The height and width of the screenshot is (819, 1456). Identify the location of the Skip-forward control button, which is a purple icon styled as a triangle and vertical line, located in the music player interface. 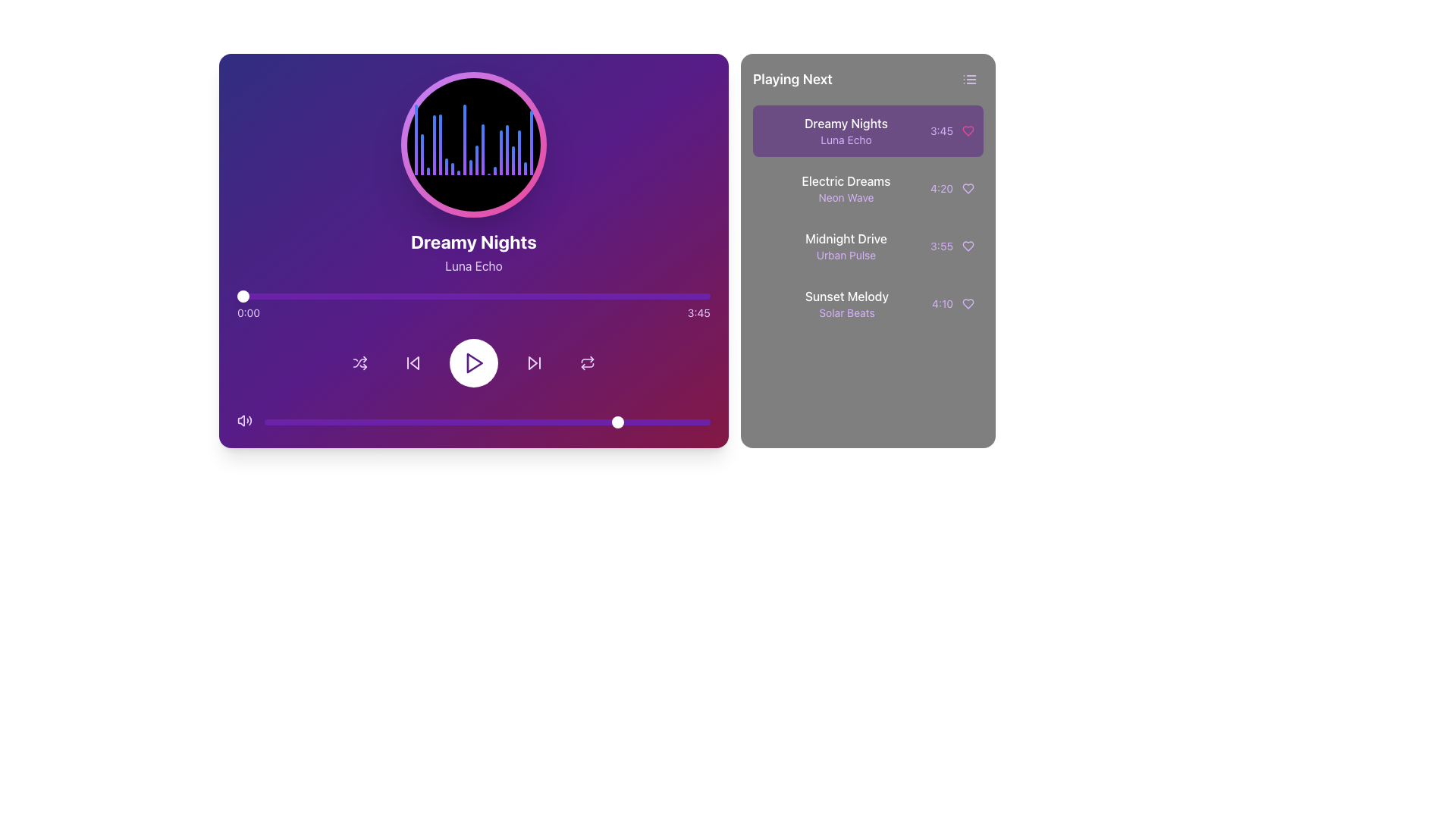
(535, 362).